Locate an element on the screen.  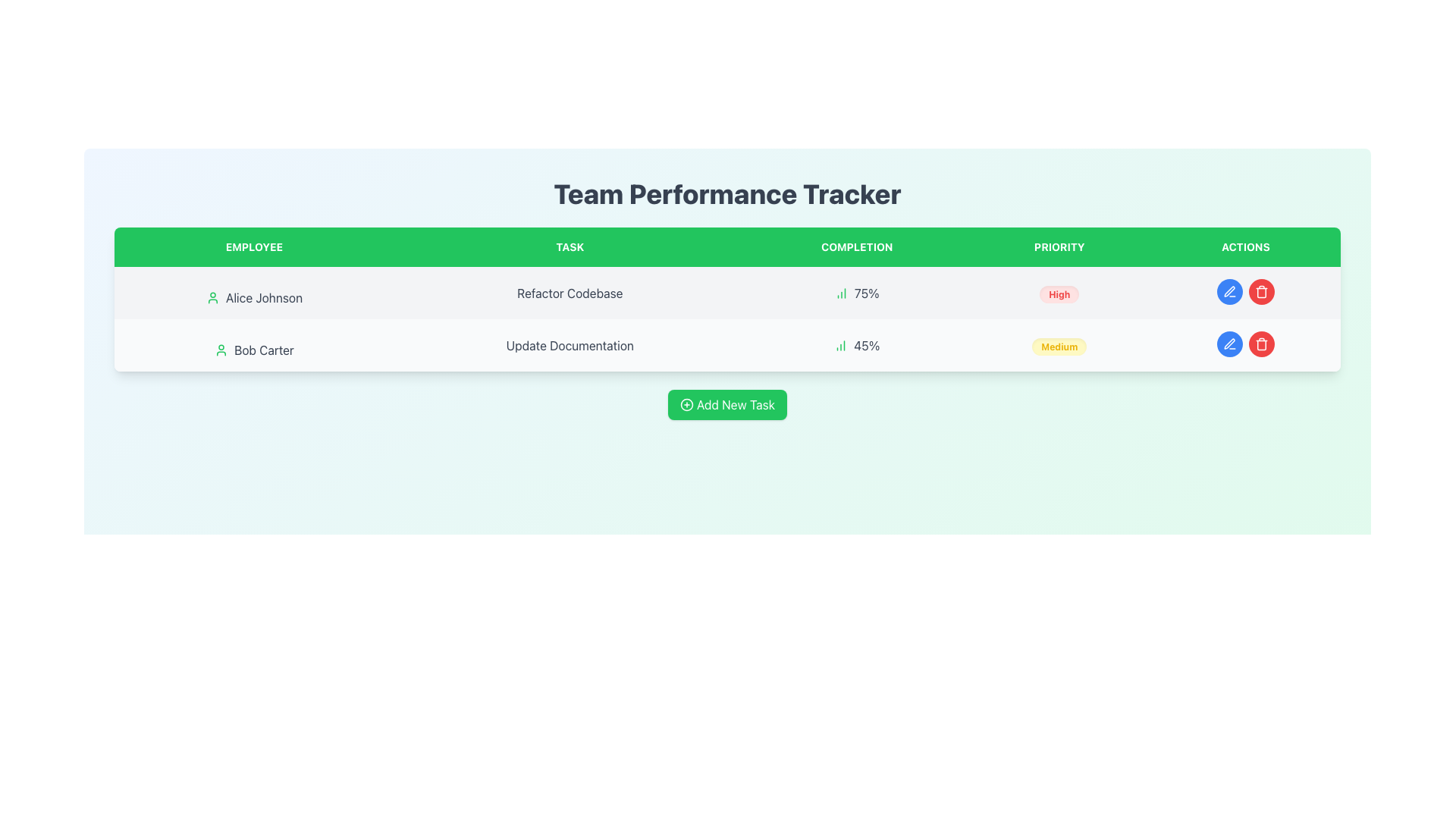
the user profile icon, which is green with rounded edges, located next to the name 'Alice Johnson' in the 'Employee' column of the table is located at coordinates (212, 298).